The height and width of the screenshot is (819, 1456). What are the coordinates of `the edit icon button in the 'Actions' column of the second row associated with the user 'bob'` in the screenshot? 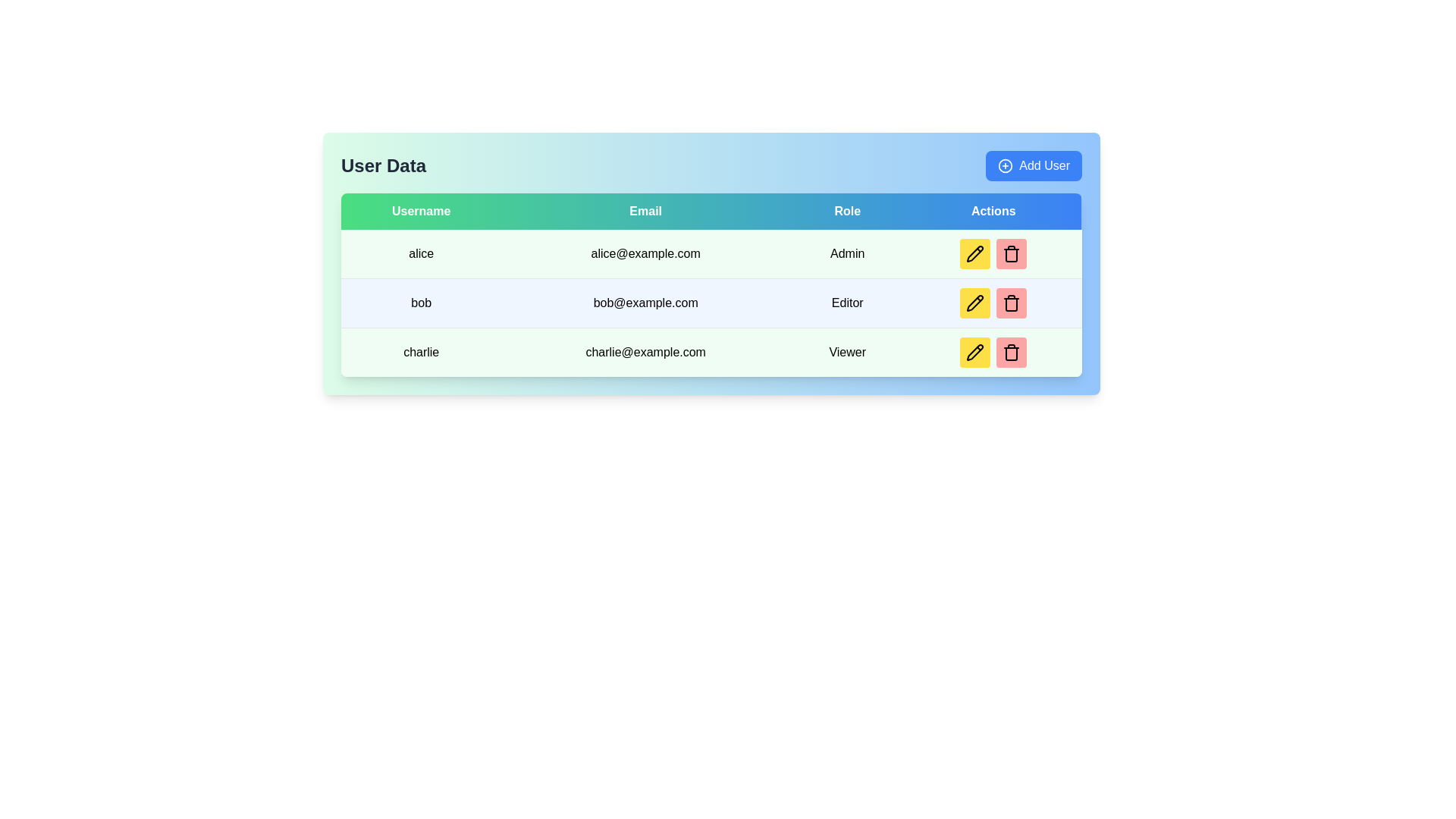 It's located at (975, 303).